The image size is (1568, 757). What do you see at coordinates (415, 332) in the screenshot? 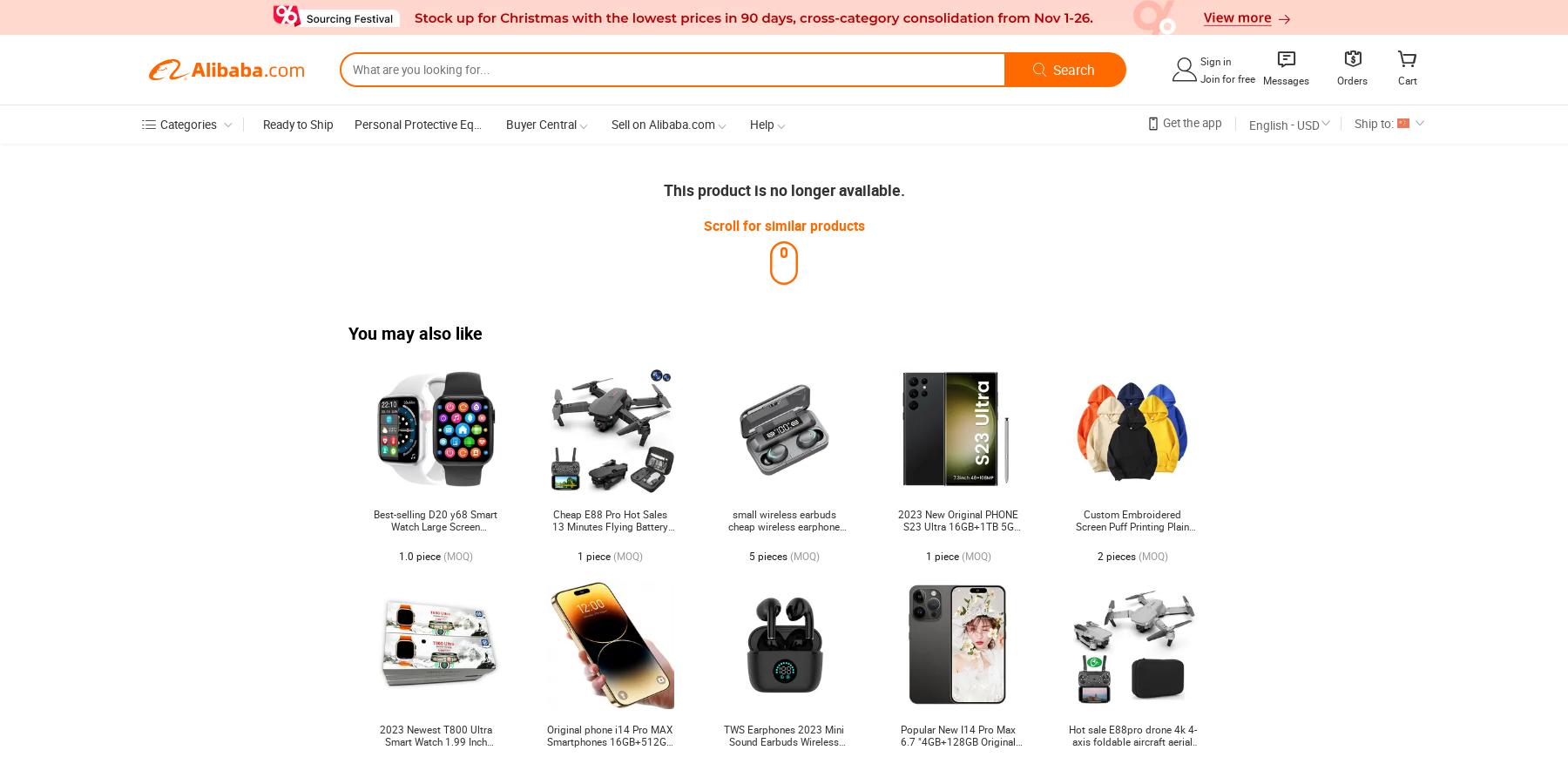
I see `'You may also like'` at bounding box center [415, 332].